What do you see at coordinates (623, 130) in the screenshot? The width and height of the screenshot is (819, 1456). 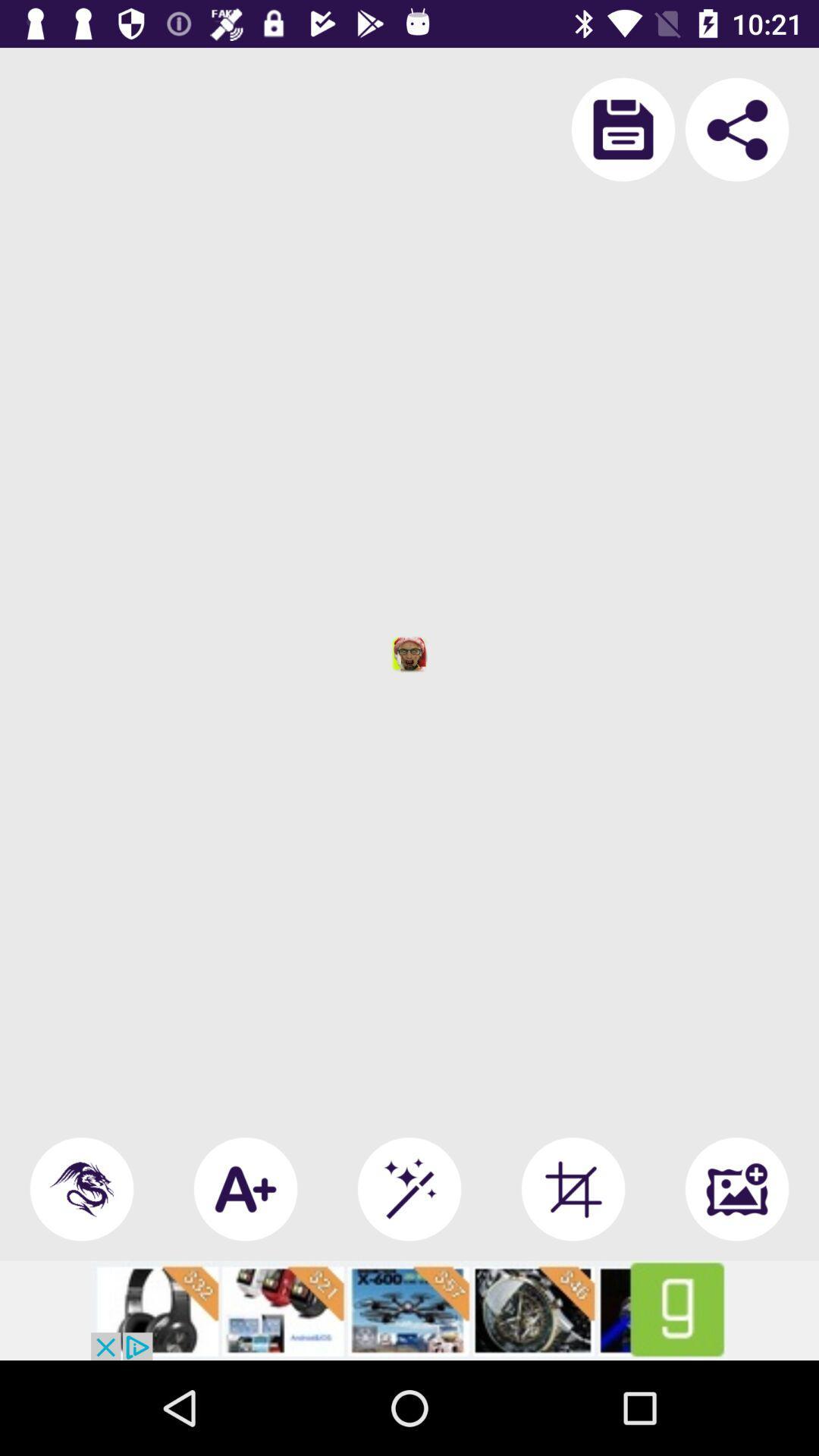 I see `the save icon` at bounding box center [623, 130].